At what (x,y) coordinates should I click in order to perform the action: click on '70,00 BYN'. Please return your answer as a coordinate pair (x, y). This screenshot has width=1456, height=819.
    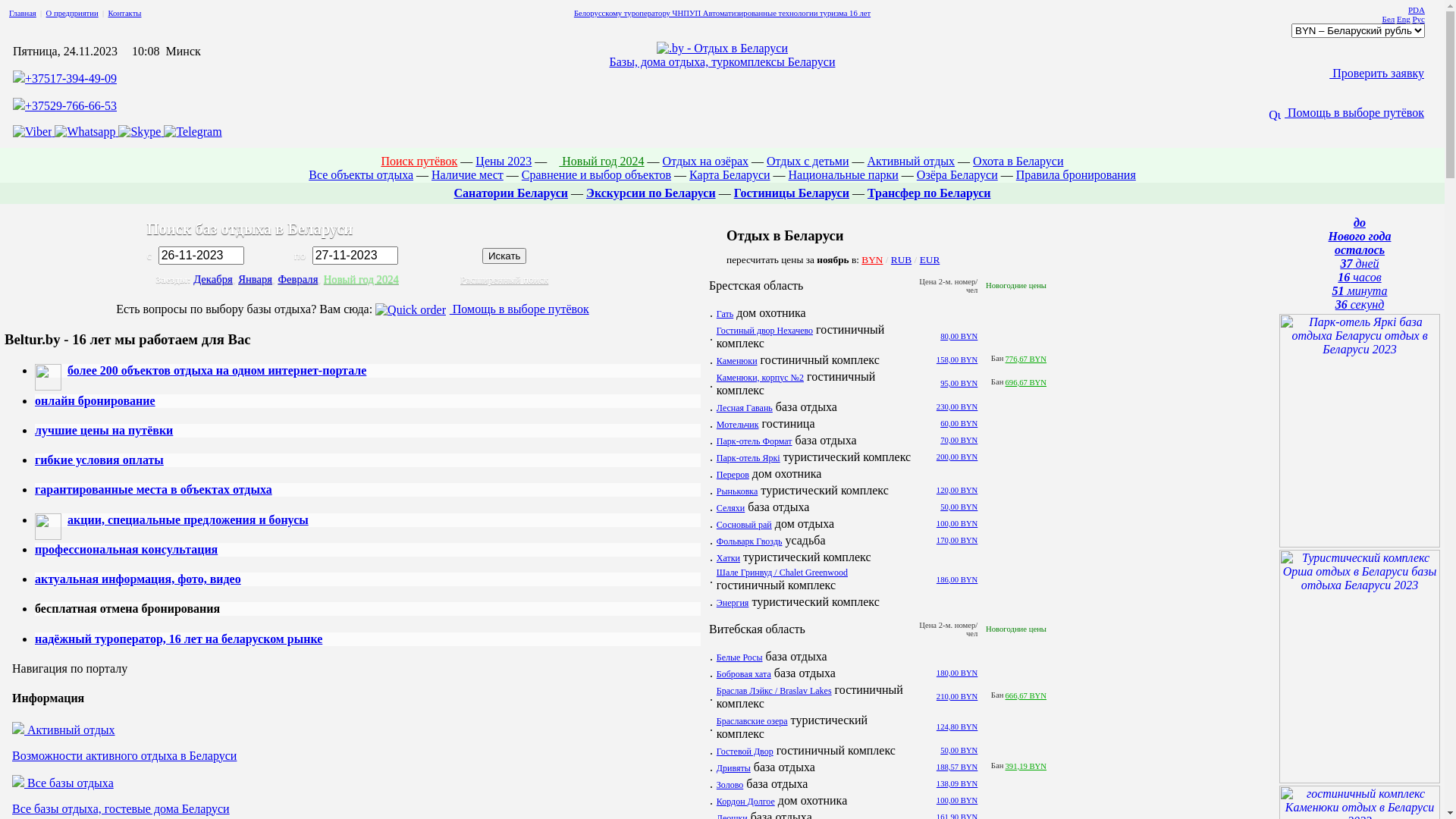
    Looking at the image, I should click on (958, 440).